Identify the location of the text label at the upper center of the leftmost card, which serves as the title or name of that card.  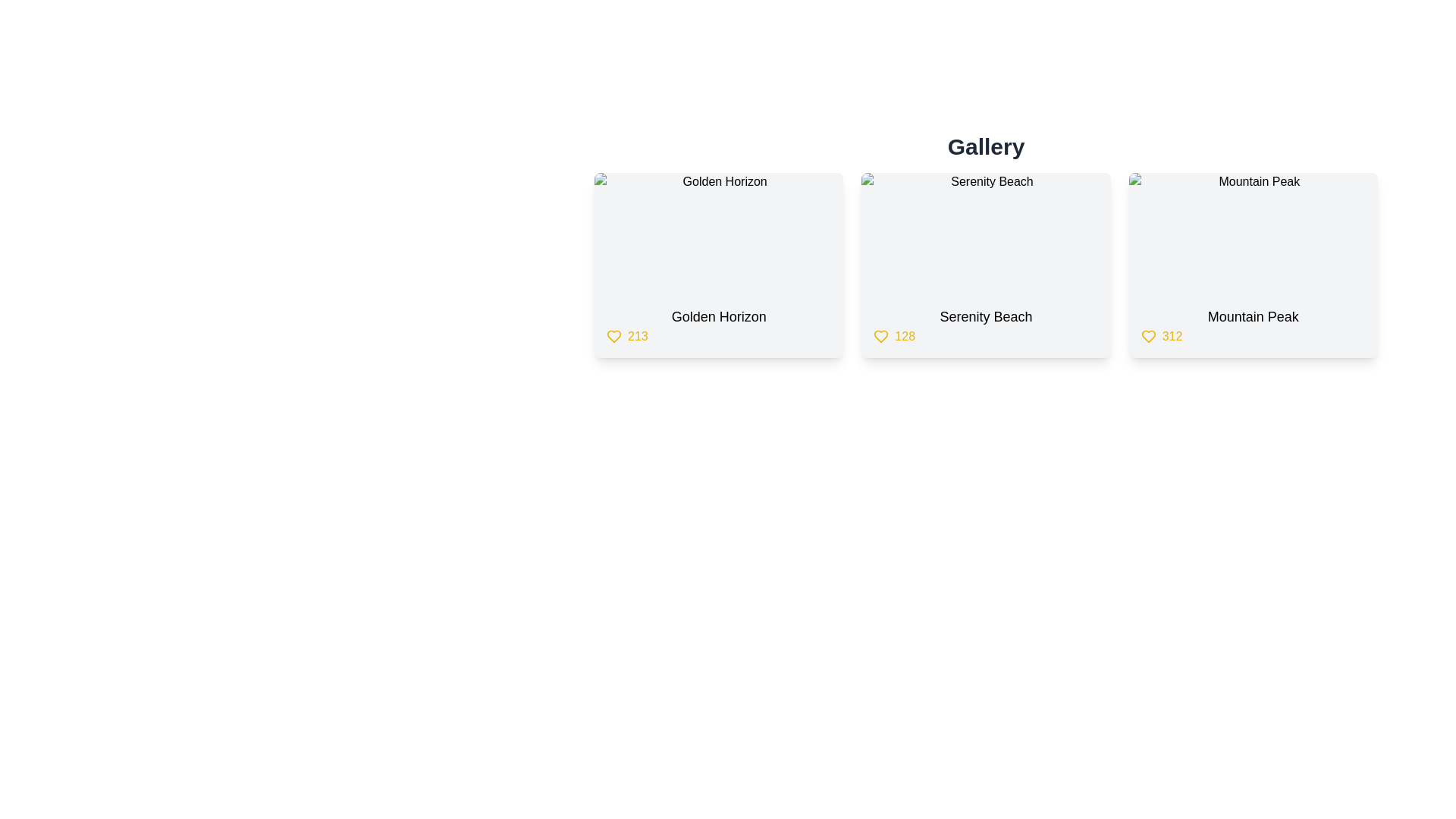
(718, 315).